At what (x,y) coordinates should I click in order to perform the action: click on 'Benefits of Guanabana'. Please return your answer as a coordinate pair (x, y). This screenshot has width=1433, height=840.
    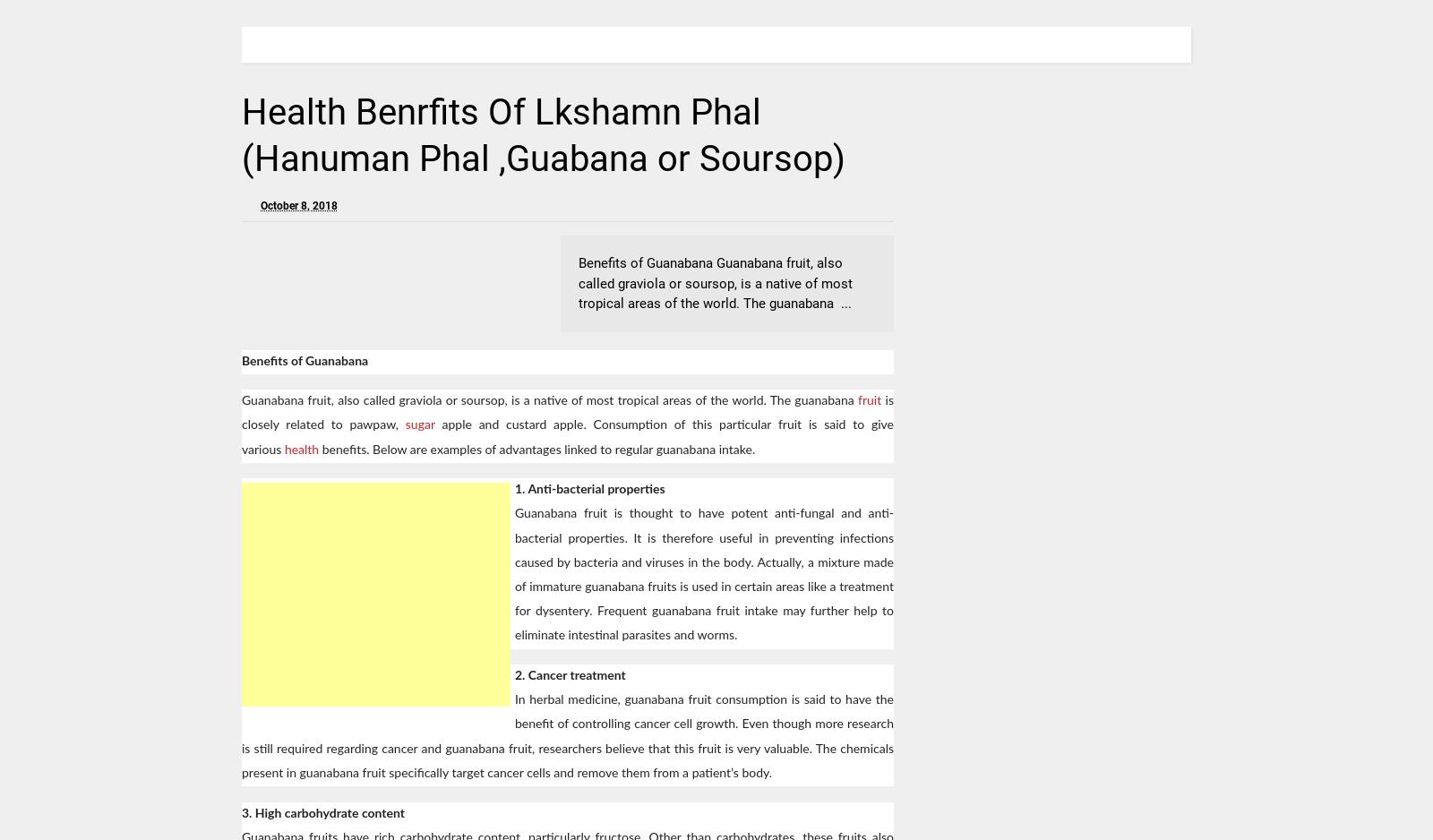
    Looking at the image, I should click on (242, 360).